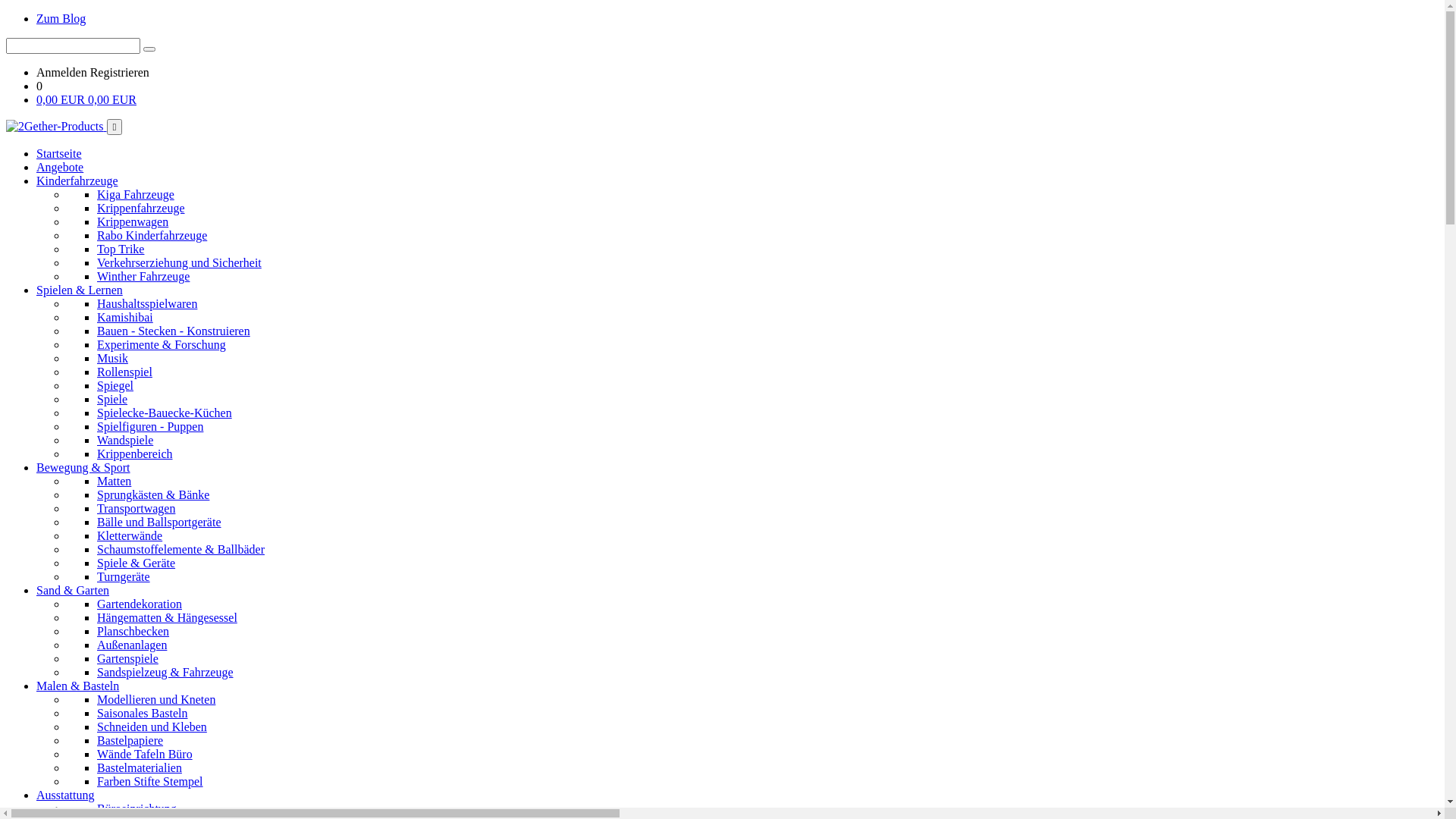 The width and height of the screenshot is (1456, 819). What do you see at coordinates (64, 794) in the screenshot?
I see `'Ausstattung'` at bounding box center [64, 794].